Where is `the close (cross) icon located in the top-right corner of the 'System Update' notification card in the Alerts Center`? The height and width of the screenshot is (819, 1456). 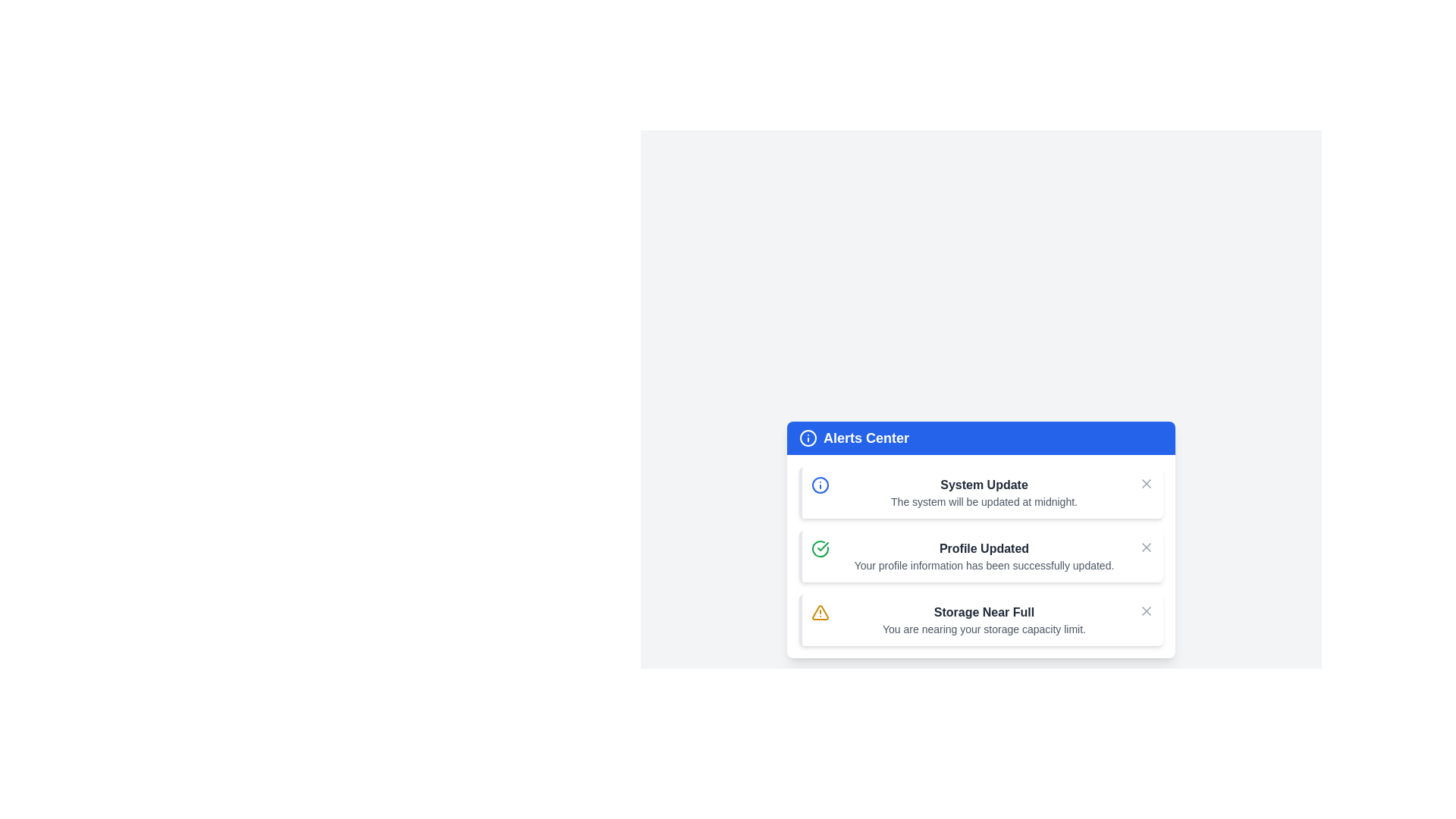
the close (cross) icon located in the top-right corner of the 'System Update' notification card in the Alerts Center is located at coordinates (1147, 610).